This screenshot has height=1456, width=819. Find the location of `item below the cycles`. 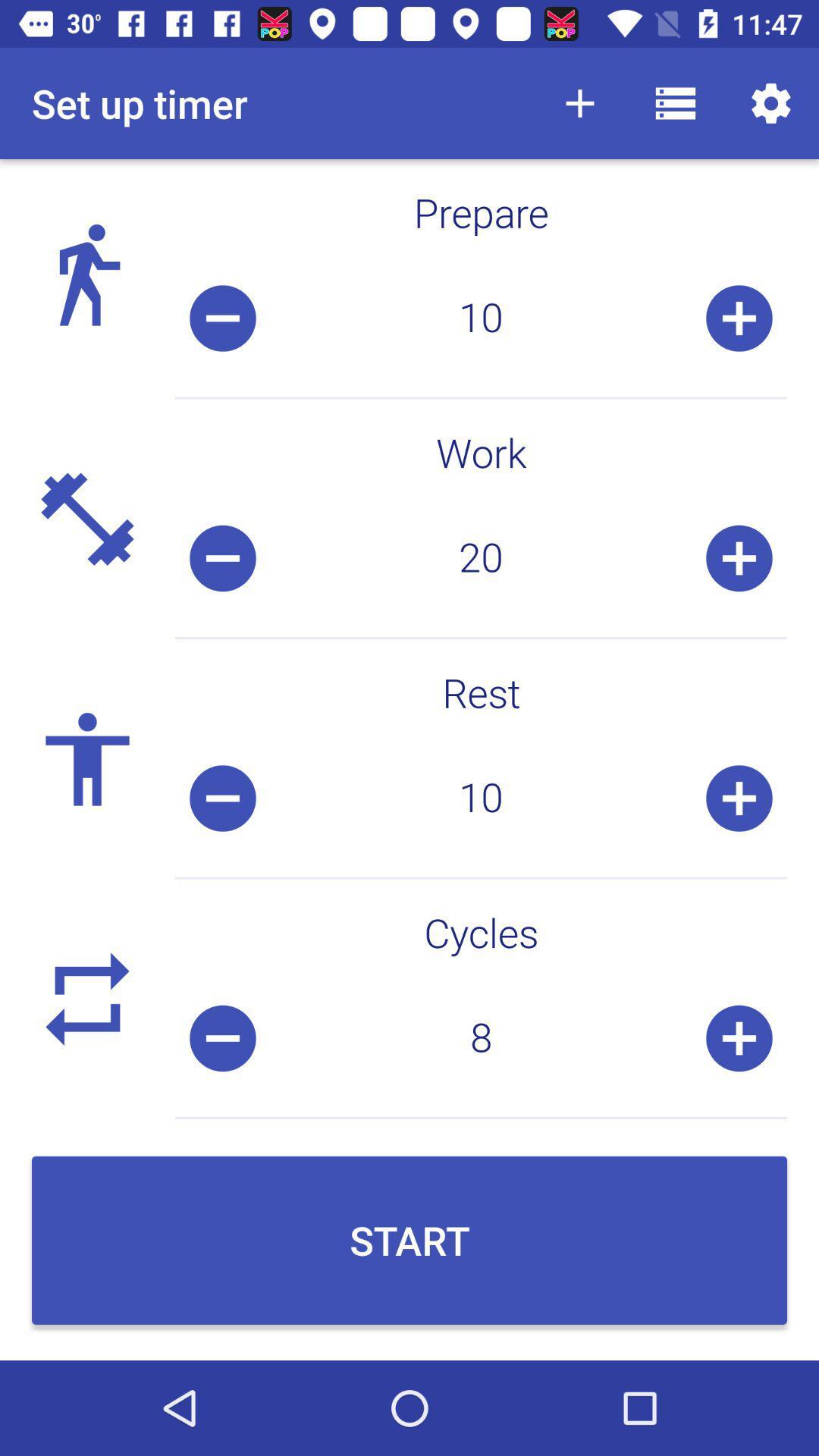

item below the cycles is located at coordinates (481, 1037).